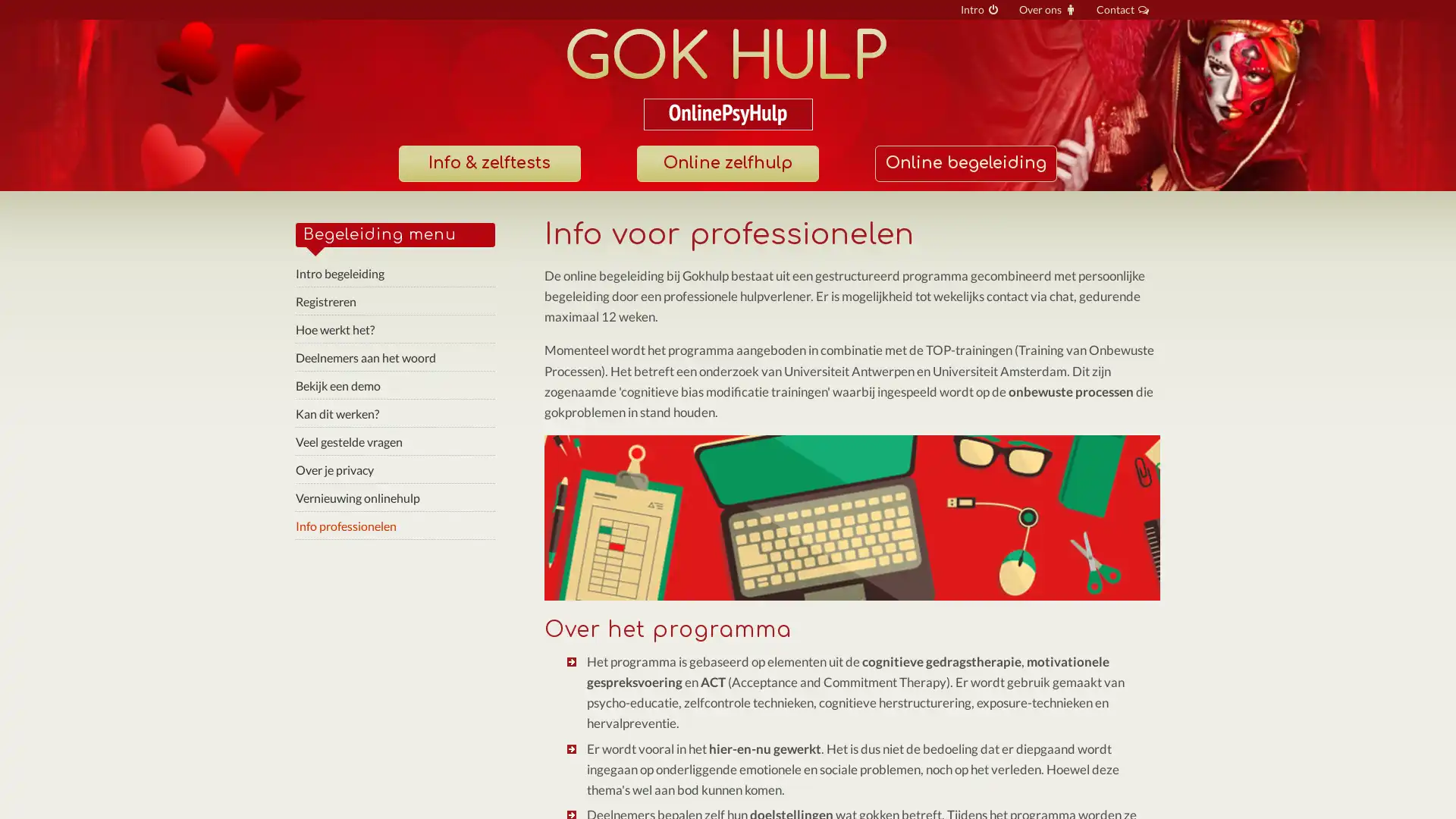  I want to click on Info & zelftests, so click(488, 163).